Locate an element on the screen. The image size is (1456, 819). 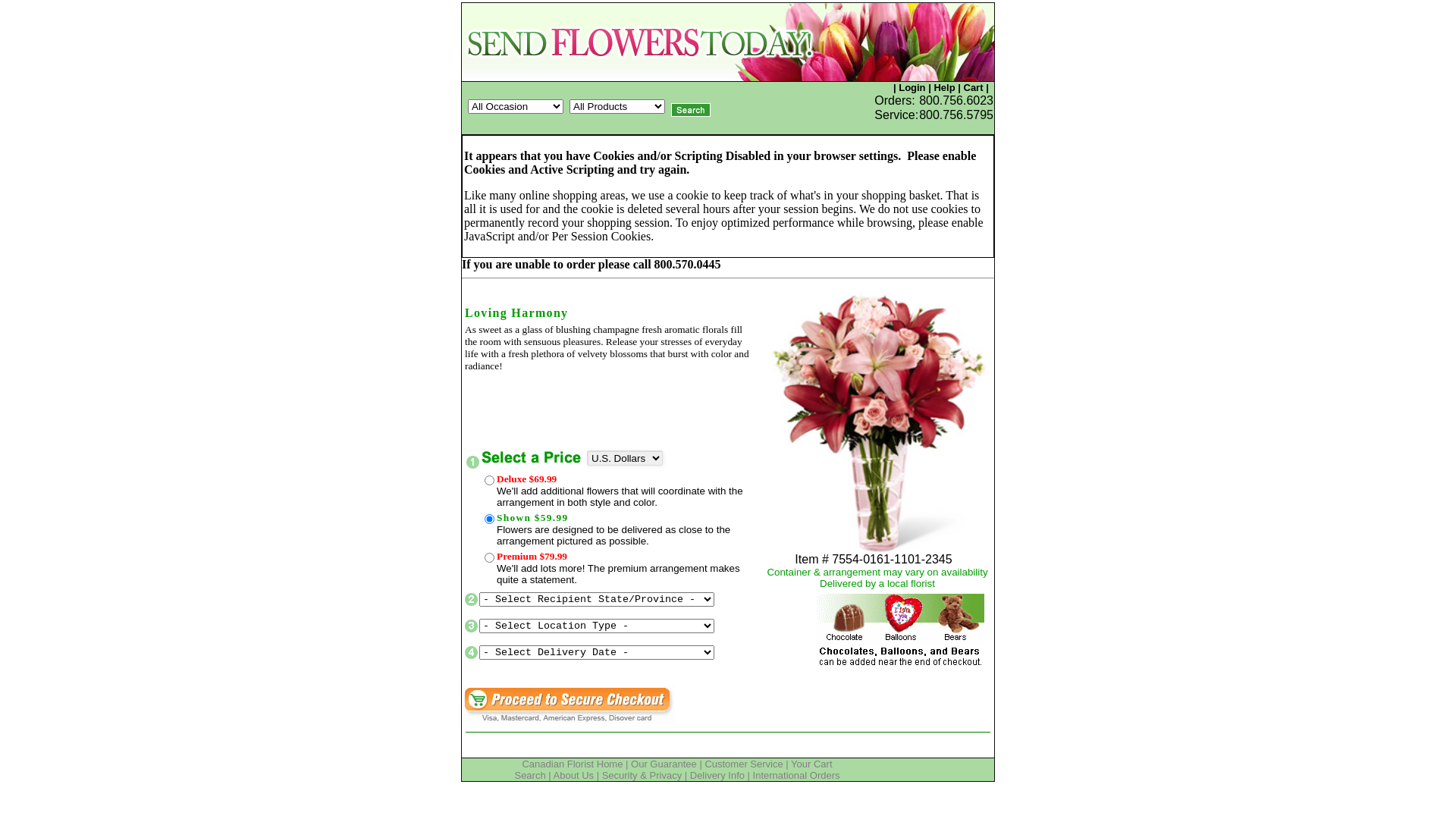
'Our Guarantee' is located at coordinates (664, 764).